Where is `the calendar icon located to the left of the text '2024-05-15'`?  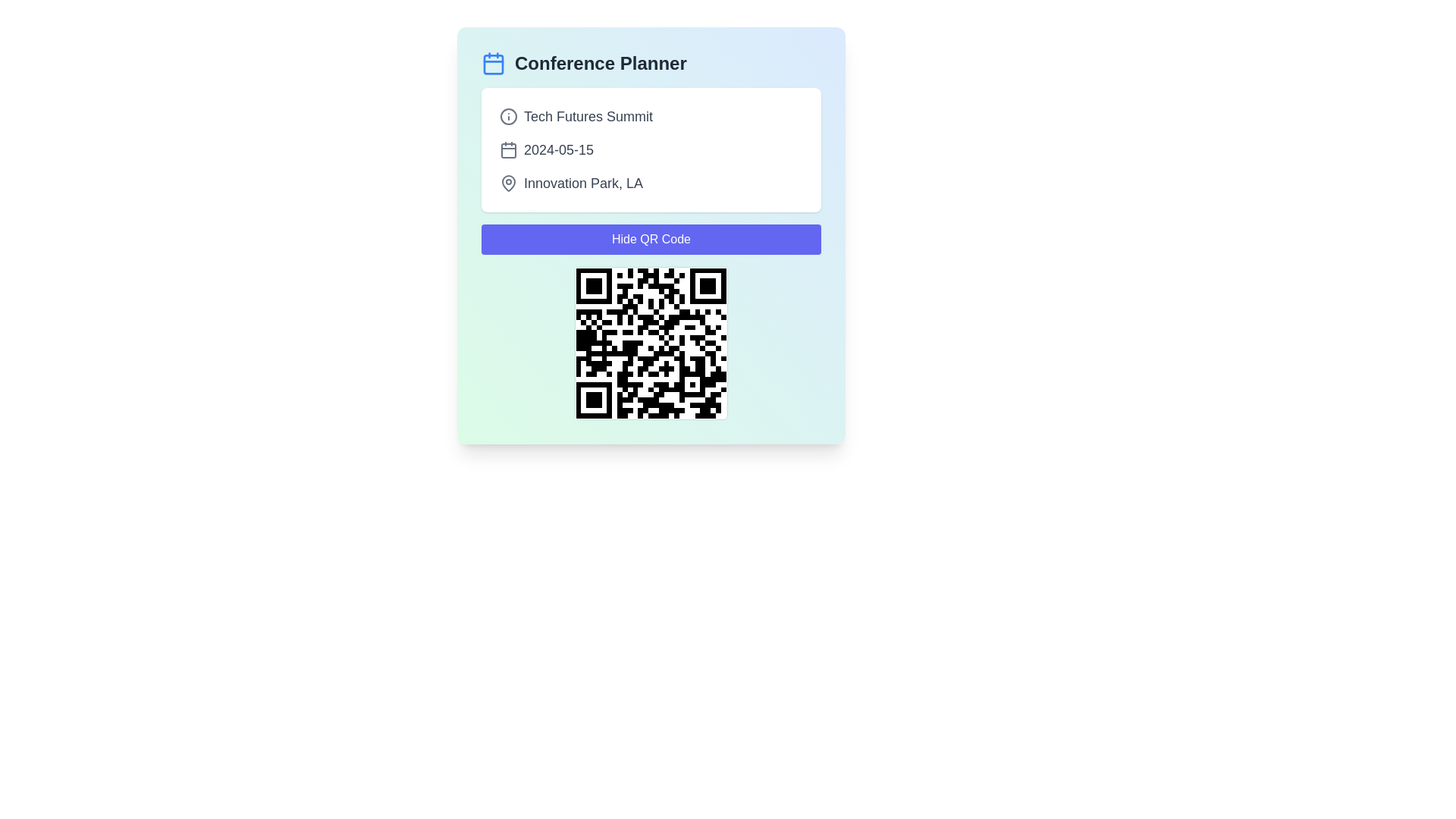 the calendar icon located to the left of the text '2024-05-15' is located at coordinates (509, 149).